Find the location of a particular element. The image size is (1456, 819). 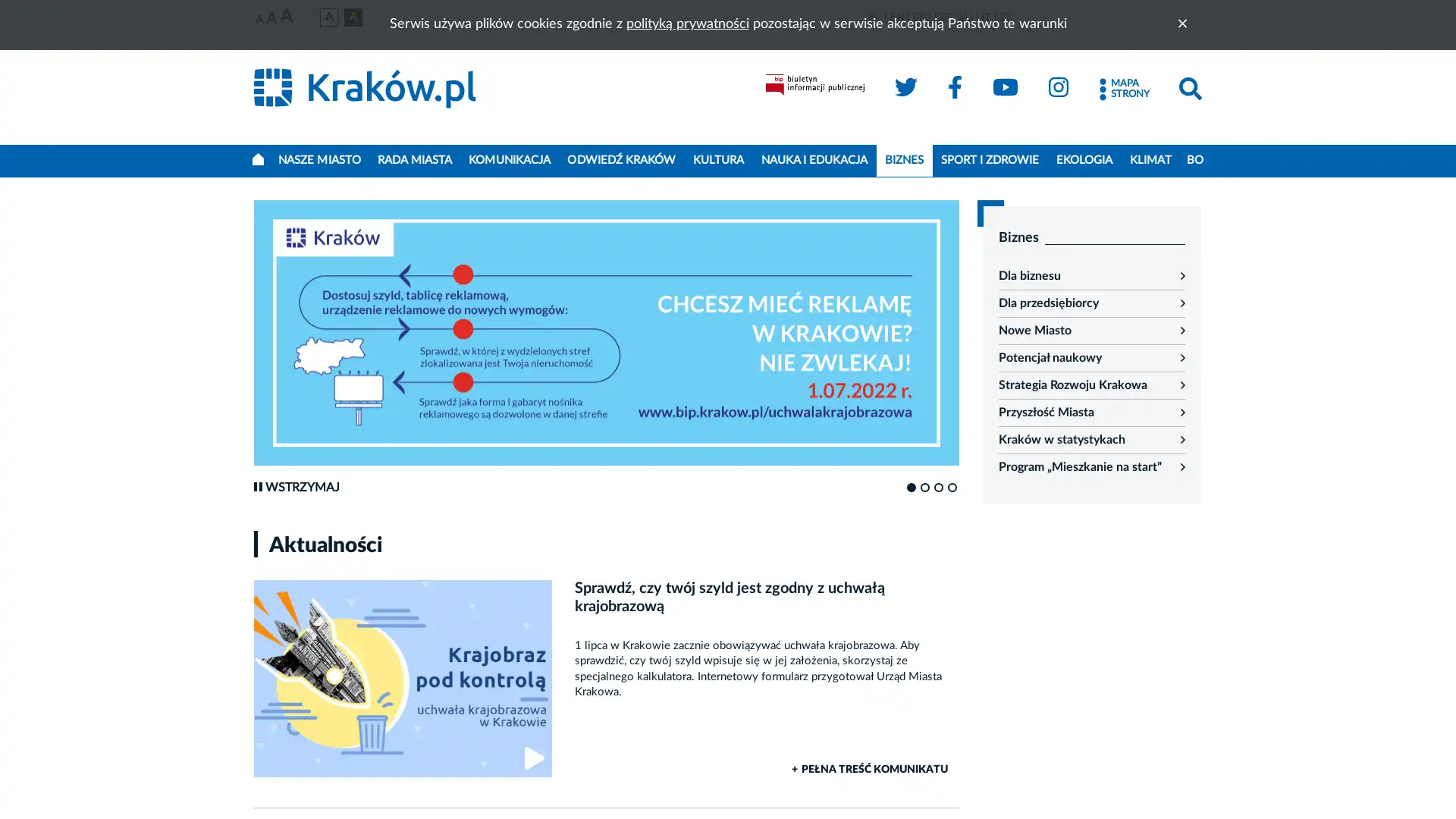

Szukaj is located at coordinates (1189, 89).